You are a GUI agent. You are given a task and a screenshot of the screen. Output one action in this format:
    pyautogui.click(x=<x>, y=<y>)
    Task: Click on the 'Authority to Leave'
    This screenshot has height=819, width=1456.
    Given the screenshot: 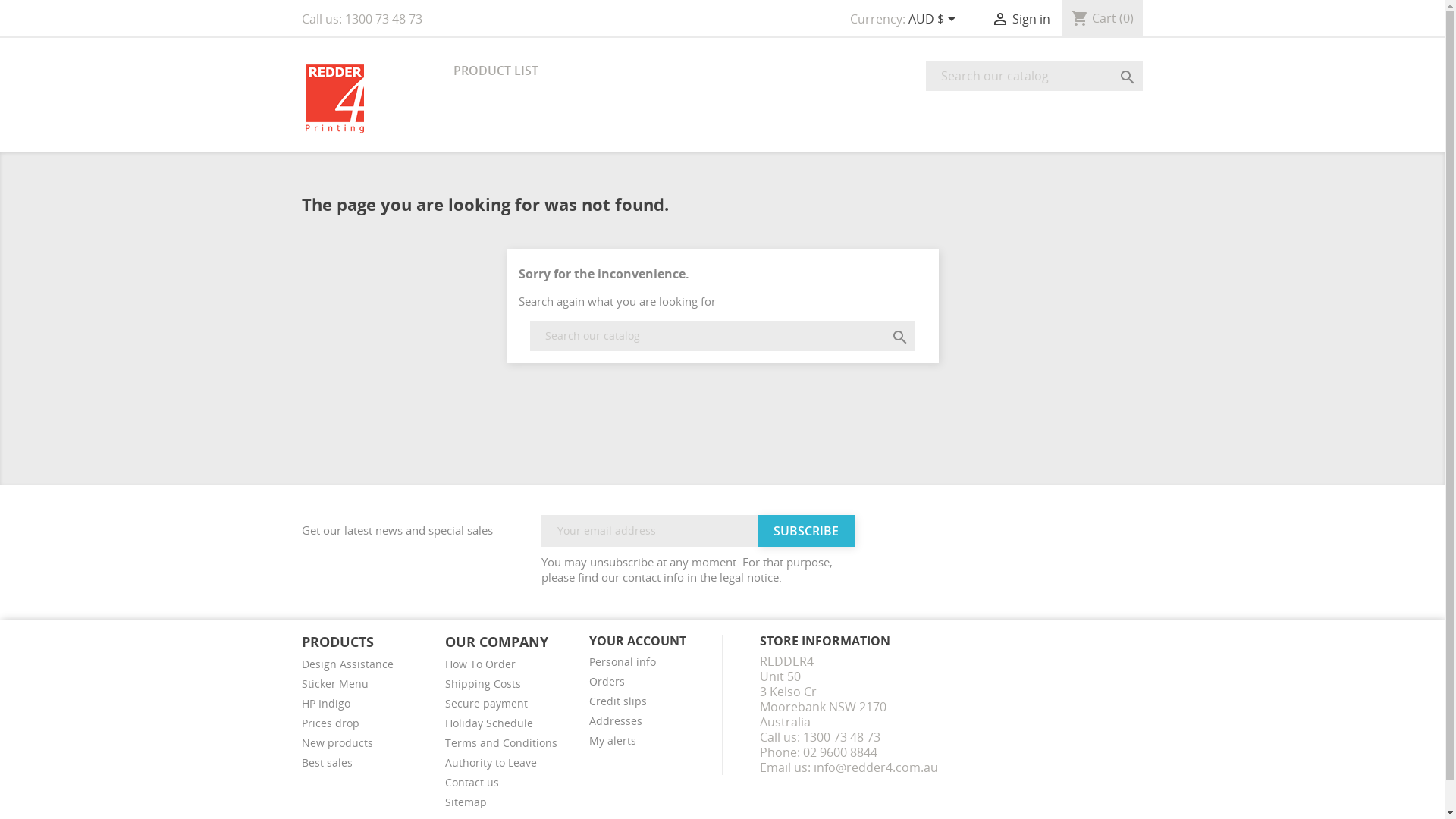 What is the action you would take?
    pyautogui.click(x=491, y=762)
    